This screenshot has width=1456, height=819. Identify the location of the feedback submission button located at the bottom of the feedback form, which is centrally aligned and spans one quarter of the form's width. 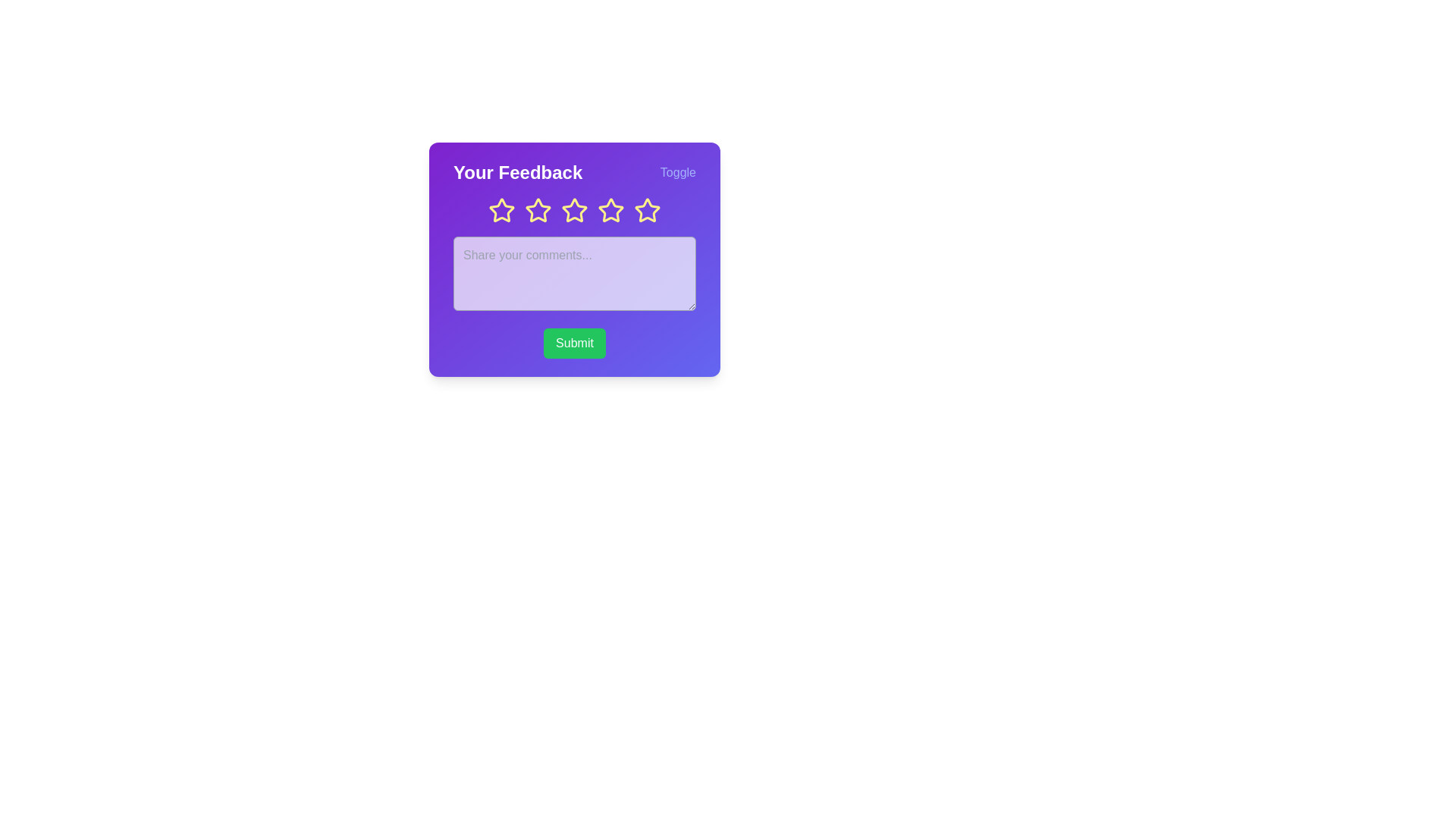
(574, 343).